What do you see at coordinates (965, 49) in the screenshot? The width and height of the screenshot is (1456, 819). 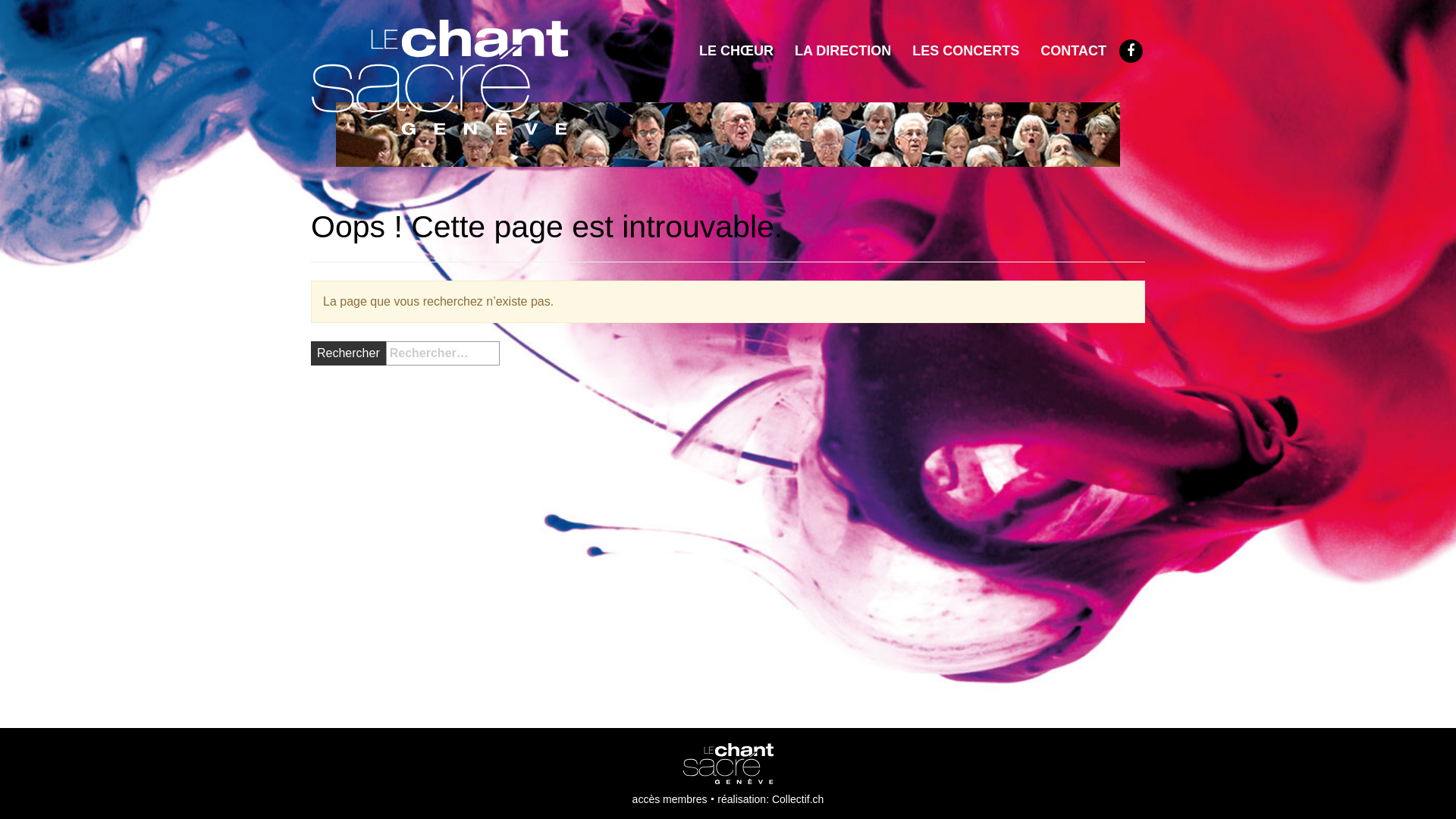 I see `'LES CONCERTS'` at bounding box center [965, 49].